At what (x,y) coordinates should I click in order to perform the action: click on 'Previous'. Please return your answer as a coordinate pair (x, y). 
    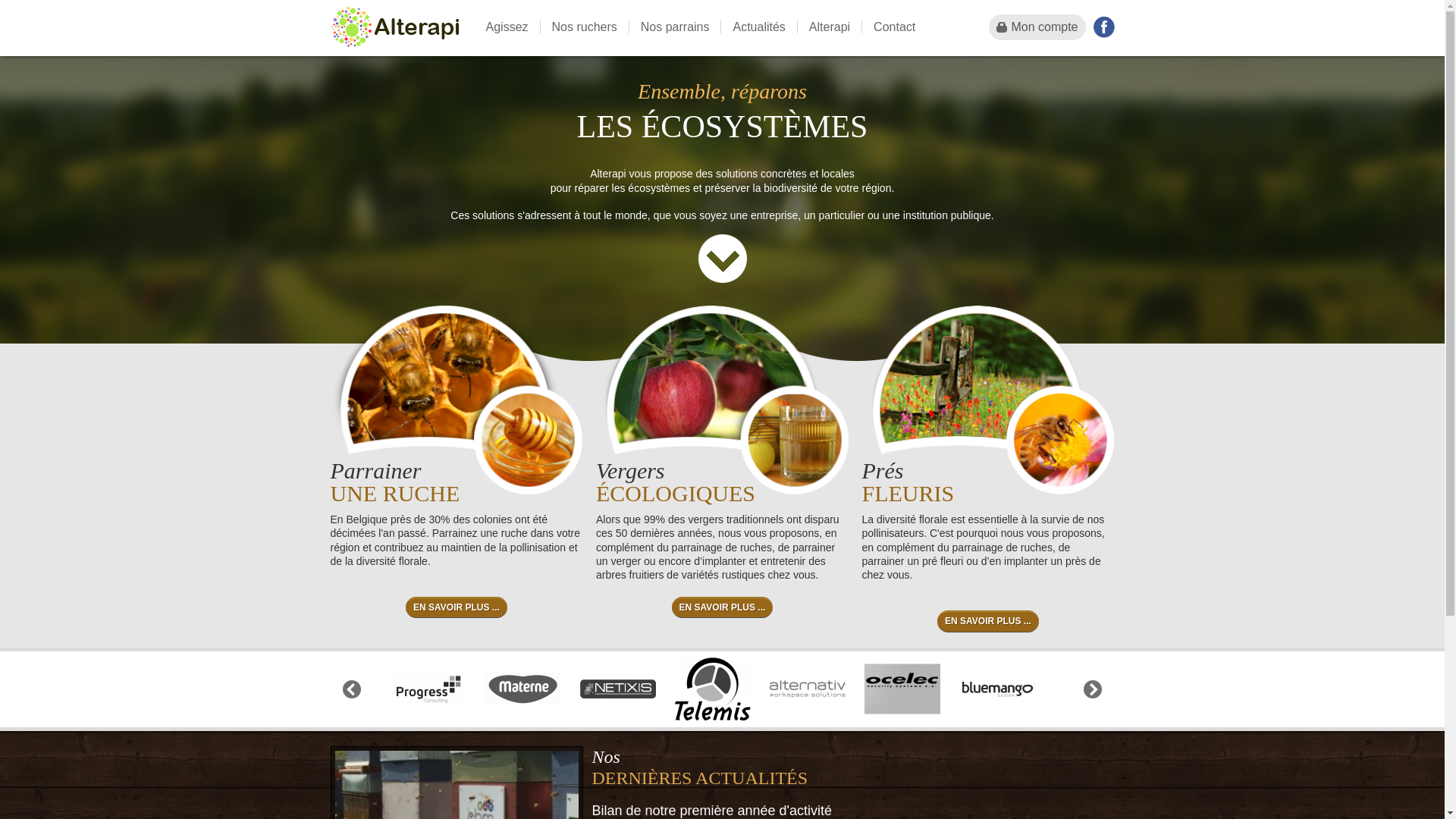
    Looking at the image, I should click on (351, 689).